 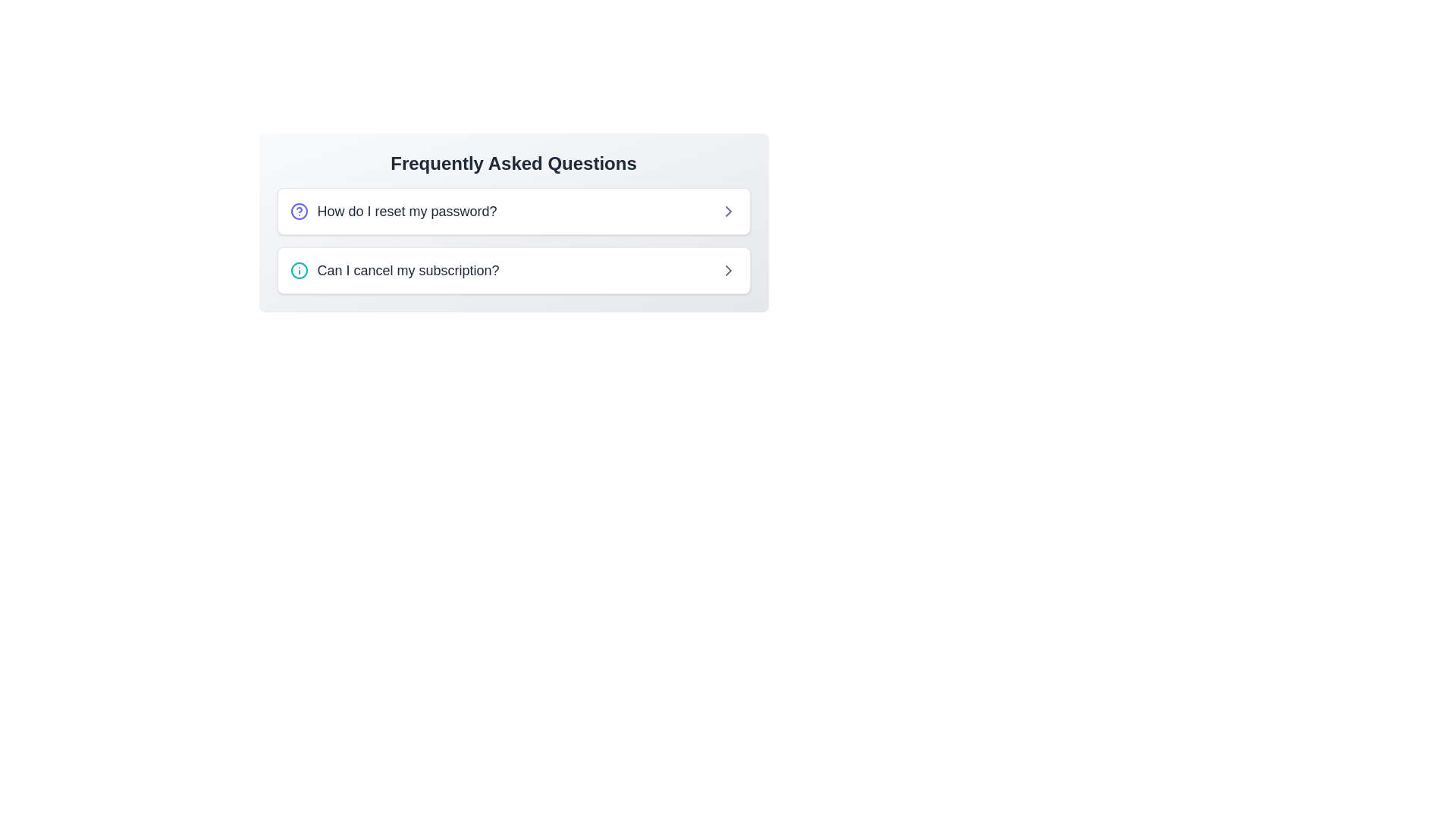 I want to click on the text label that says 'Can I cancel my subscription?' to select the text for copying, so click(x=408, y=270).